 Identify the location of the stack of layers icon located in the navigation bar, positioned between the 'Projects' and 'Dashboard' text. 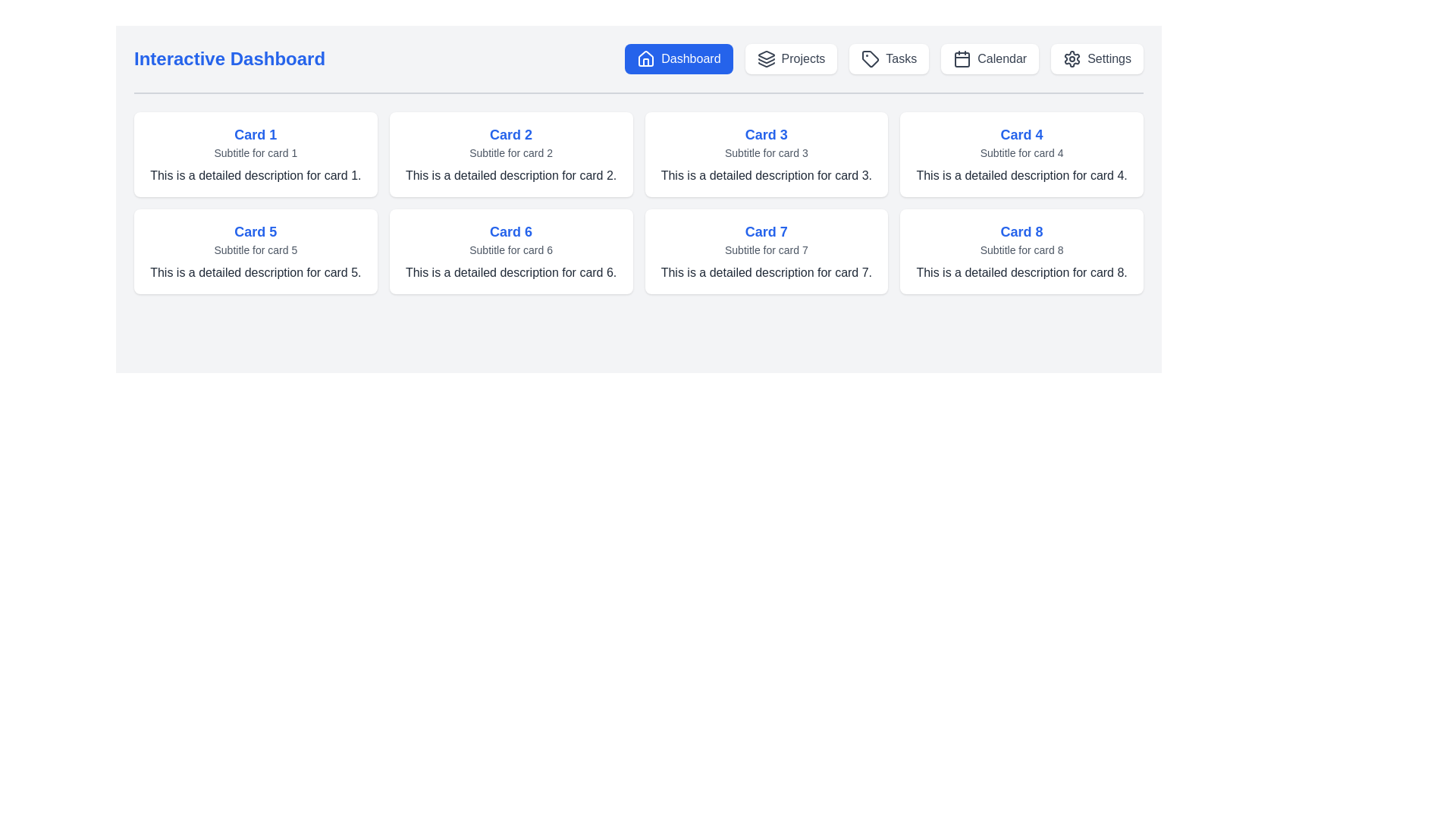
(766, 58).